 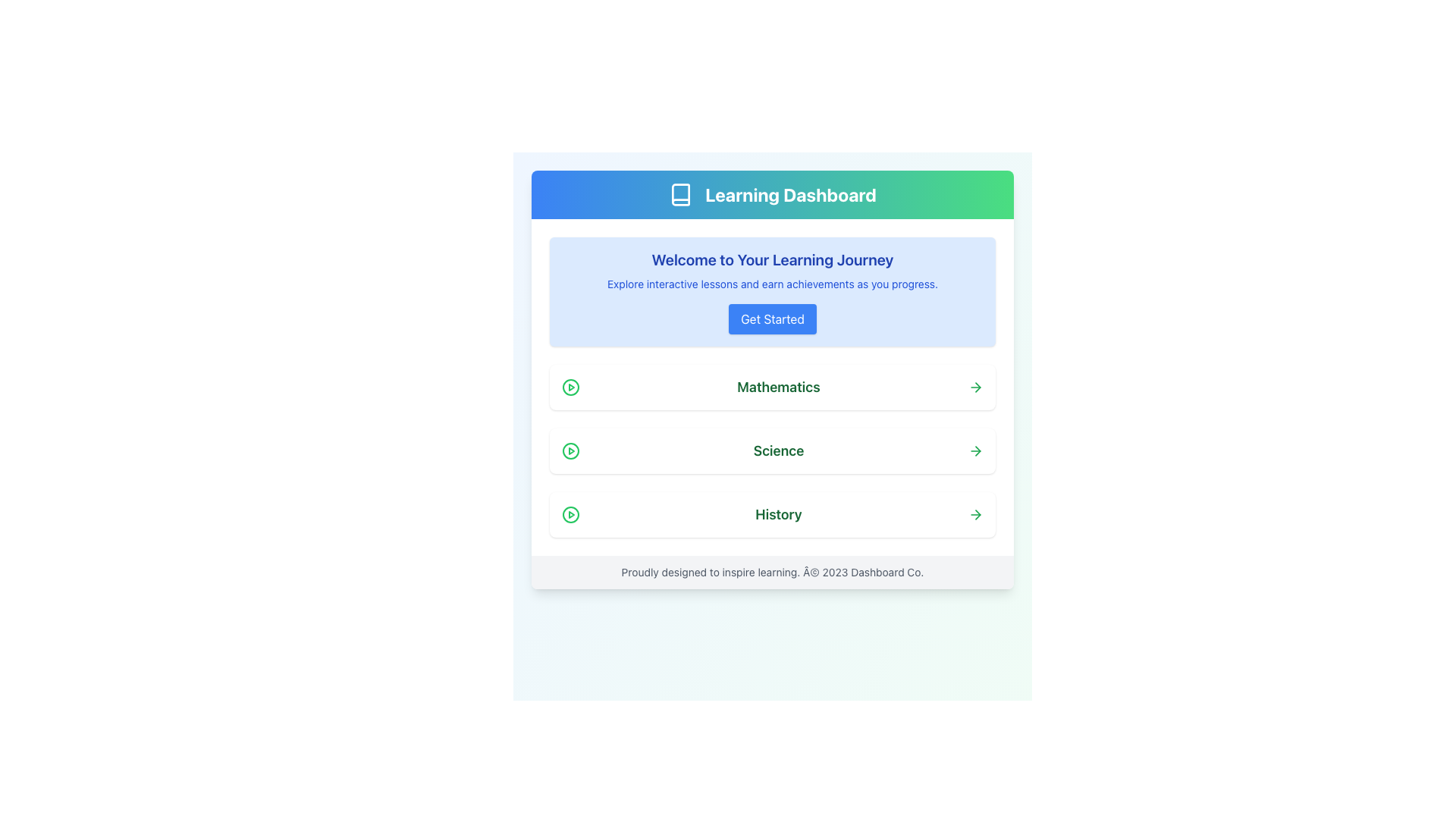 What do you see at coordinates (772, 386) in the screenshot?
I see `the first list item titled 'Mathematics'` at bounding box center [772, 386].